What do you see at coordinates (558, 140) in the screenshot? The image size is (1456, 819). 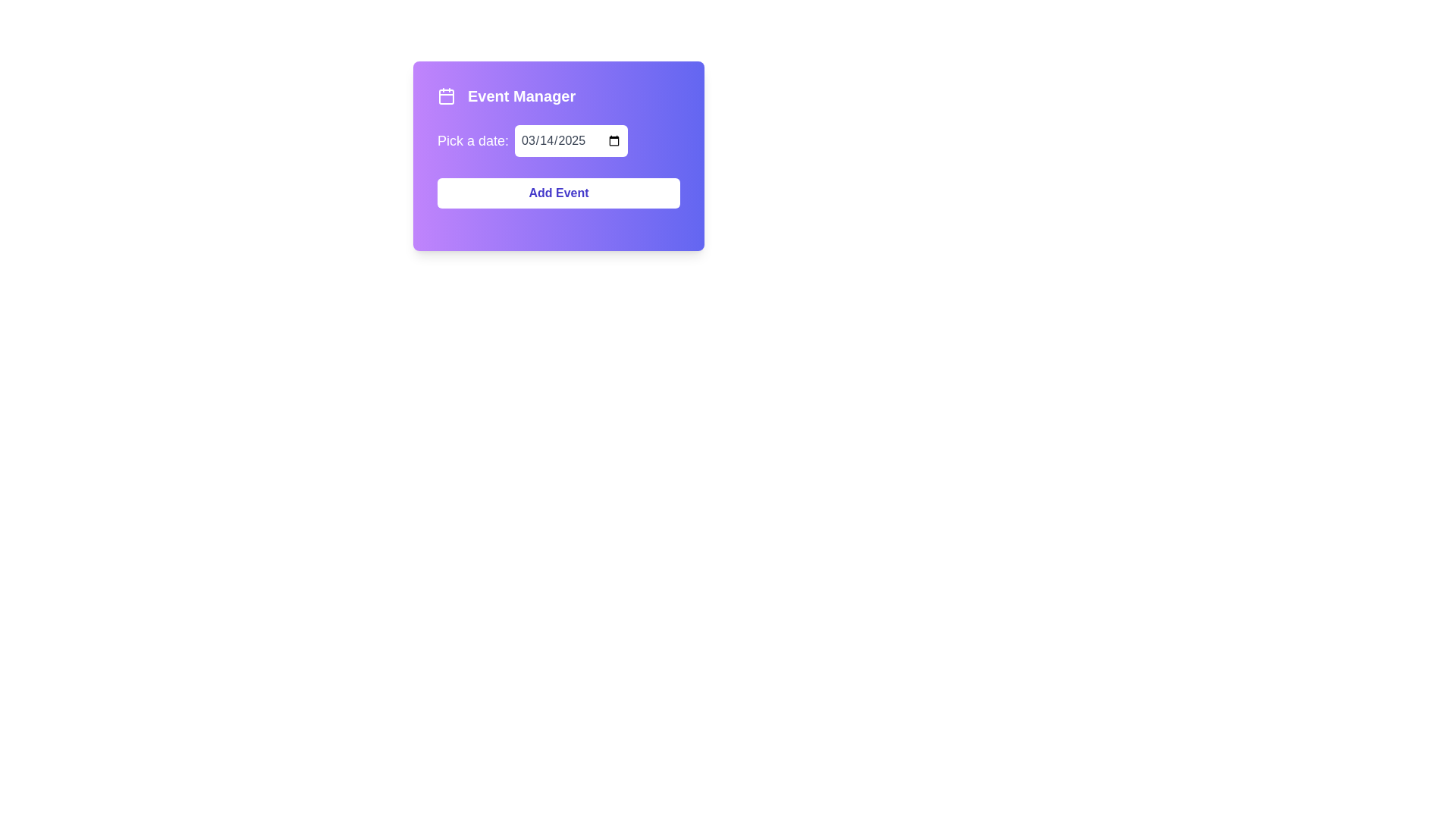 I see `the date input field in the Date Picker Input Group located beneath the 'Event Manager' title and above the 'Add Event' button to type a date` at bounding box center [558, 140].